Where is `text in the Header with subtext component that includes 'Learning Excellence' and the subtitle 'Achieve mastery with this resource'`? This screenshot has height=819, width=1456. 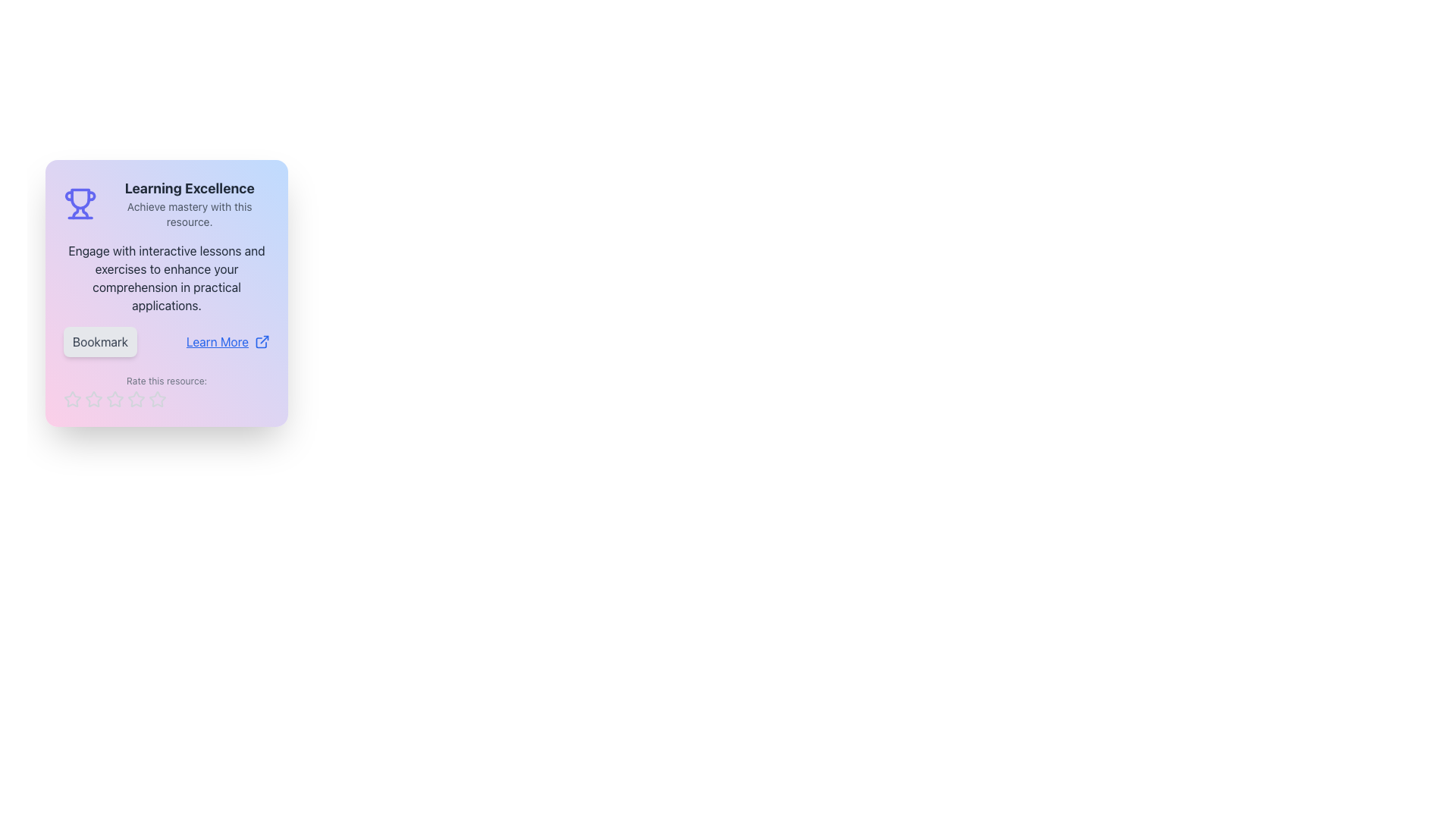
text in the Header with subtext component that includes 'Learning Excellence' and the subtitle 'Achieve mastery with this resource' is located at coordinates (189, 203).